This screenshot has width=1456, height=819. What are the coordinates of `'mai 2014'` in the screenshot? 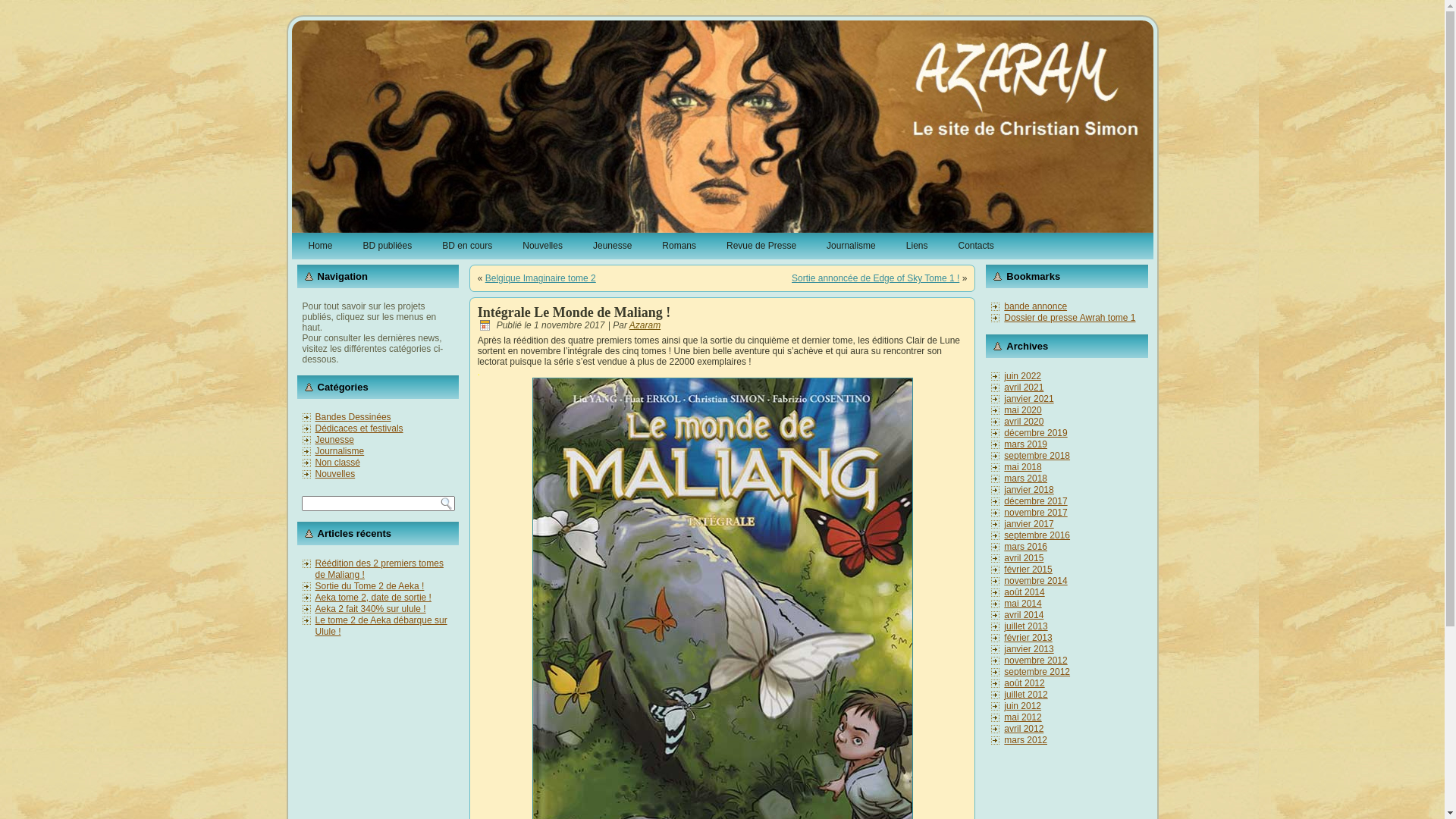 It's located at (1022, 602).